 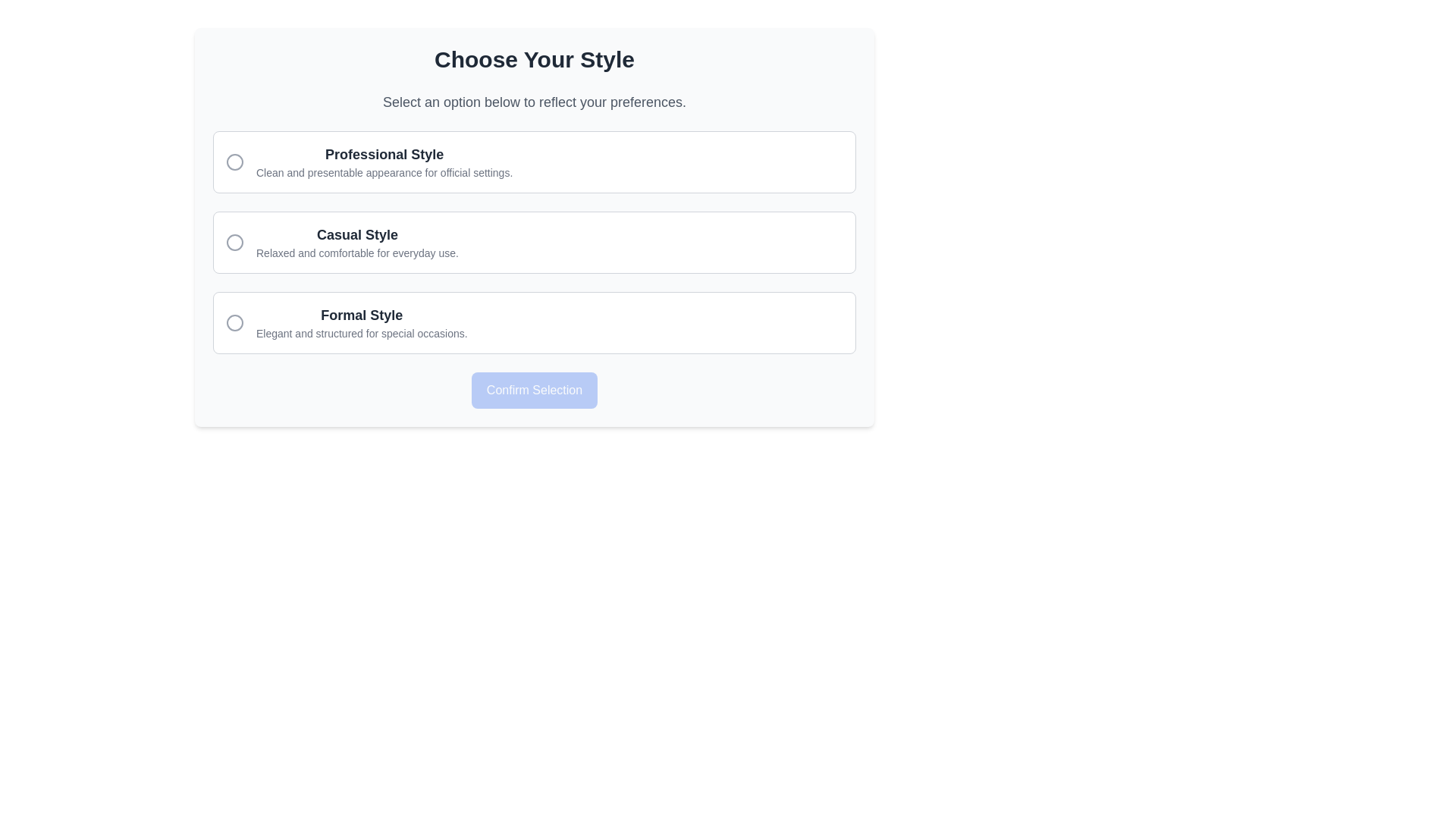 I want to click on the Text Label displaying 'Casual Style', which is styled in bold, large dark gray font and located in the middle option card of the interface, so click(x=356, y=234).